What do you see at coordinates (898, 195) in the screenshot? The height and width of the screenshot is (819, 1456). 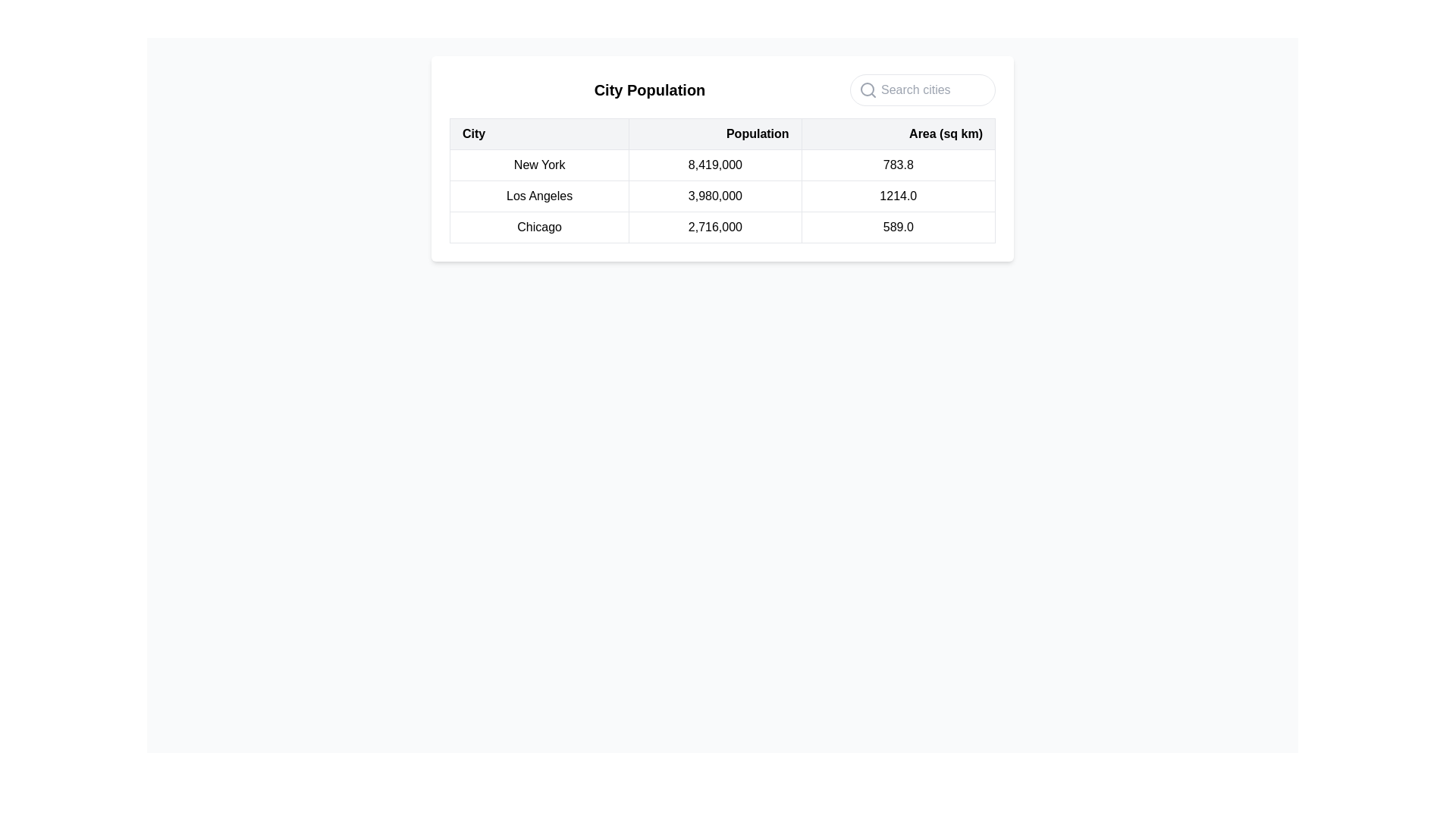 I see `the table cell containing the text '1214.0', which is the third cell in the second row under the 'Area (sq km)' header` at bounding box center [898, 195].